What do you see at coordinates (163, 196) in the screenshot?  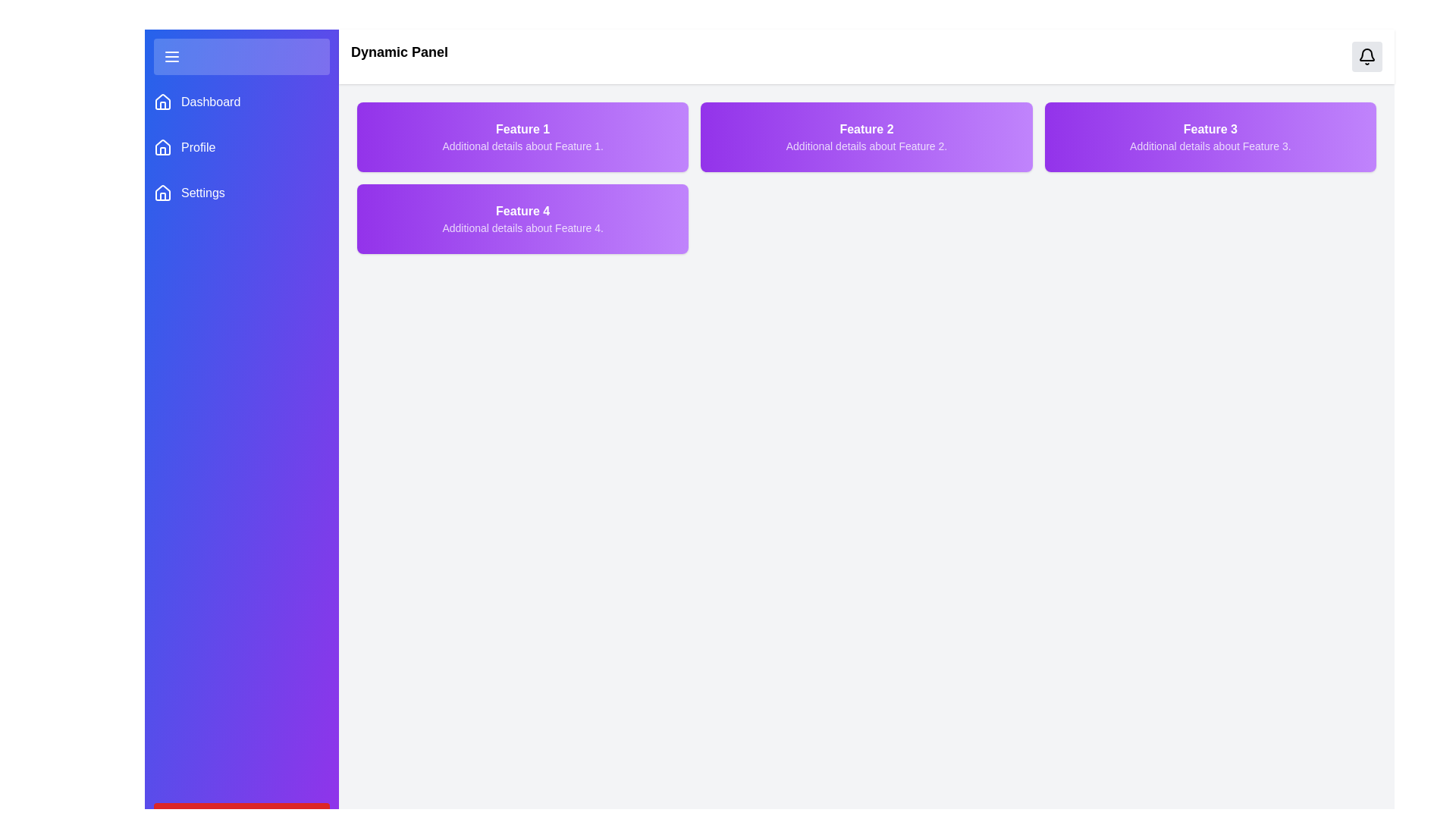 I see `the vertical segment of the house icon within the 'Settings' menu option in the left-hand sidebar navigation` at bounding box center [163, 196].